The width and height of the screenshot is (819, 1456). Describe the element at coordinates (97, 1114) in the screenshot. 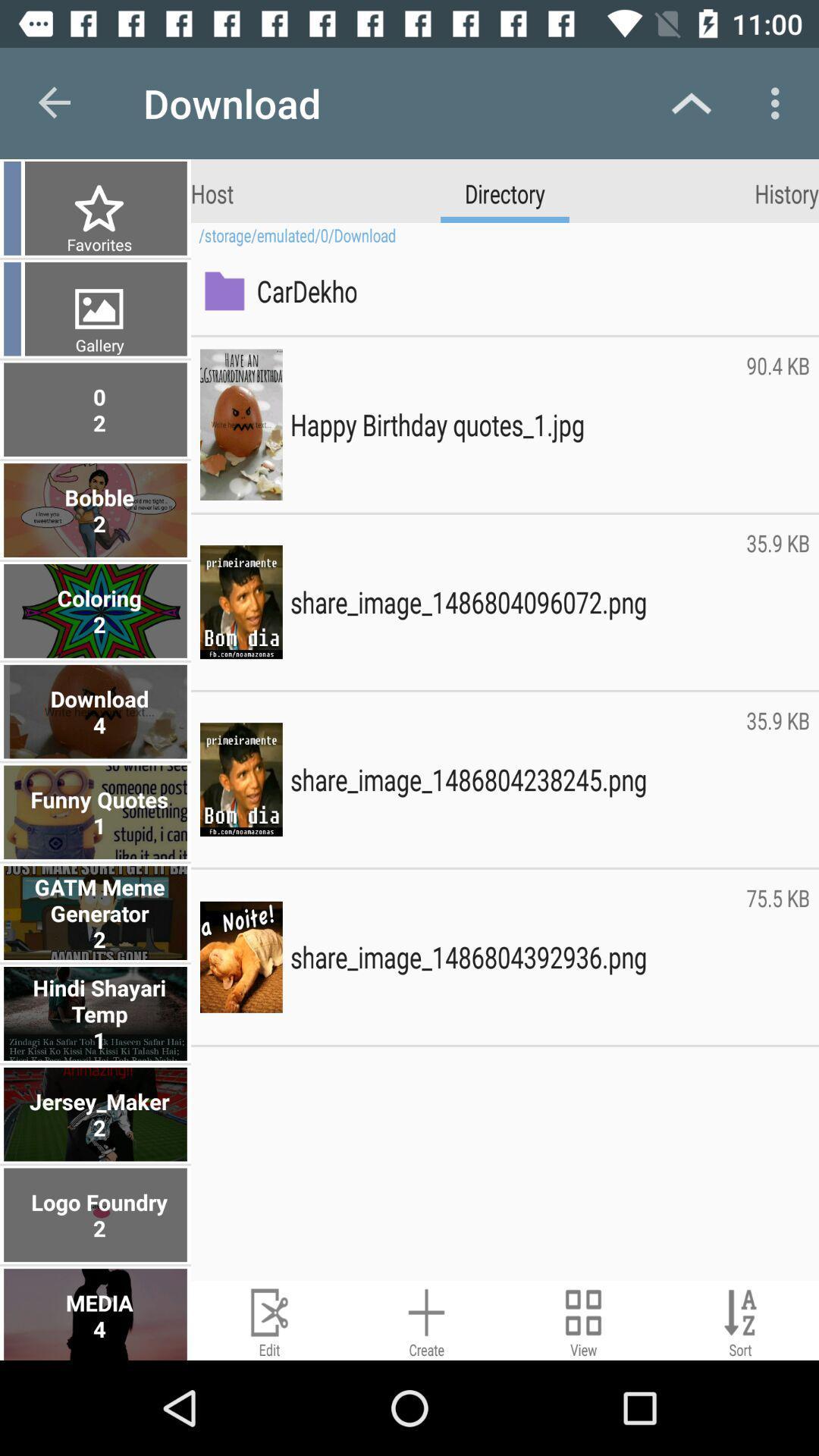

I see `jersey_maker` at that location.